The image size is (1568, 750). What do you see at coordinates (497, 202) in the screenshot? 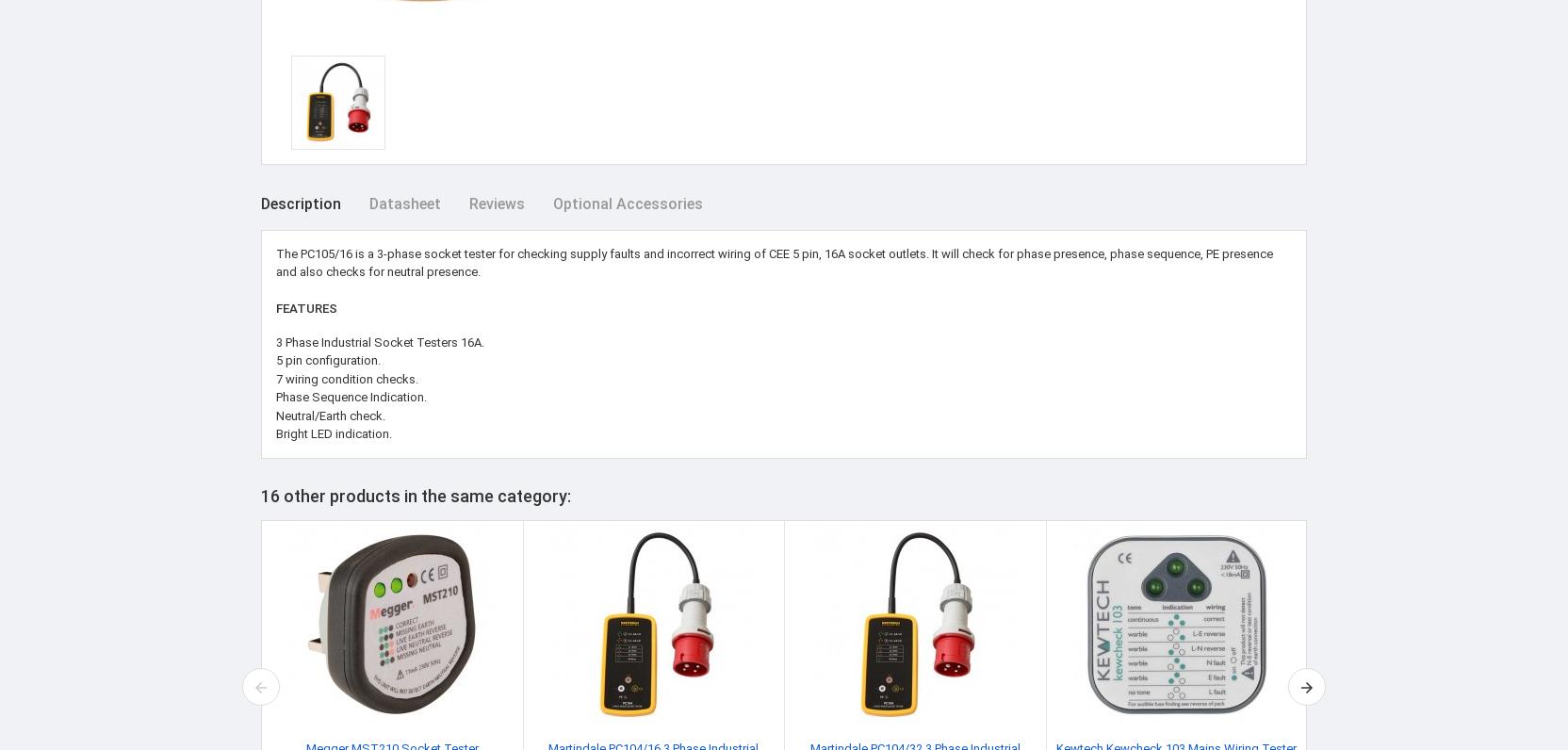
I see `'Reviews'` at bounding box center [497, 202].